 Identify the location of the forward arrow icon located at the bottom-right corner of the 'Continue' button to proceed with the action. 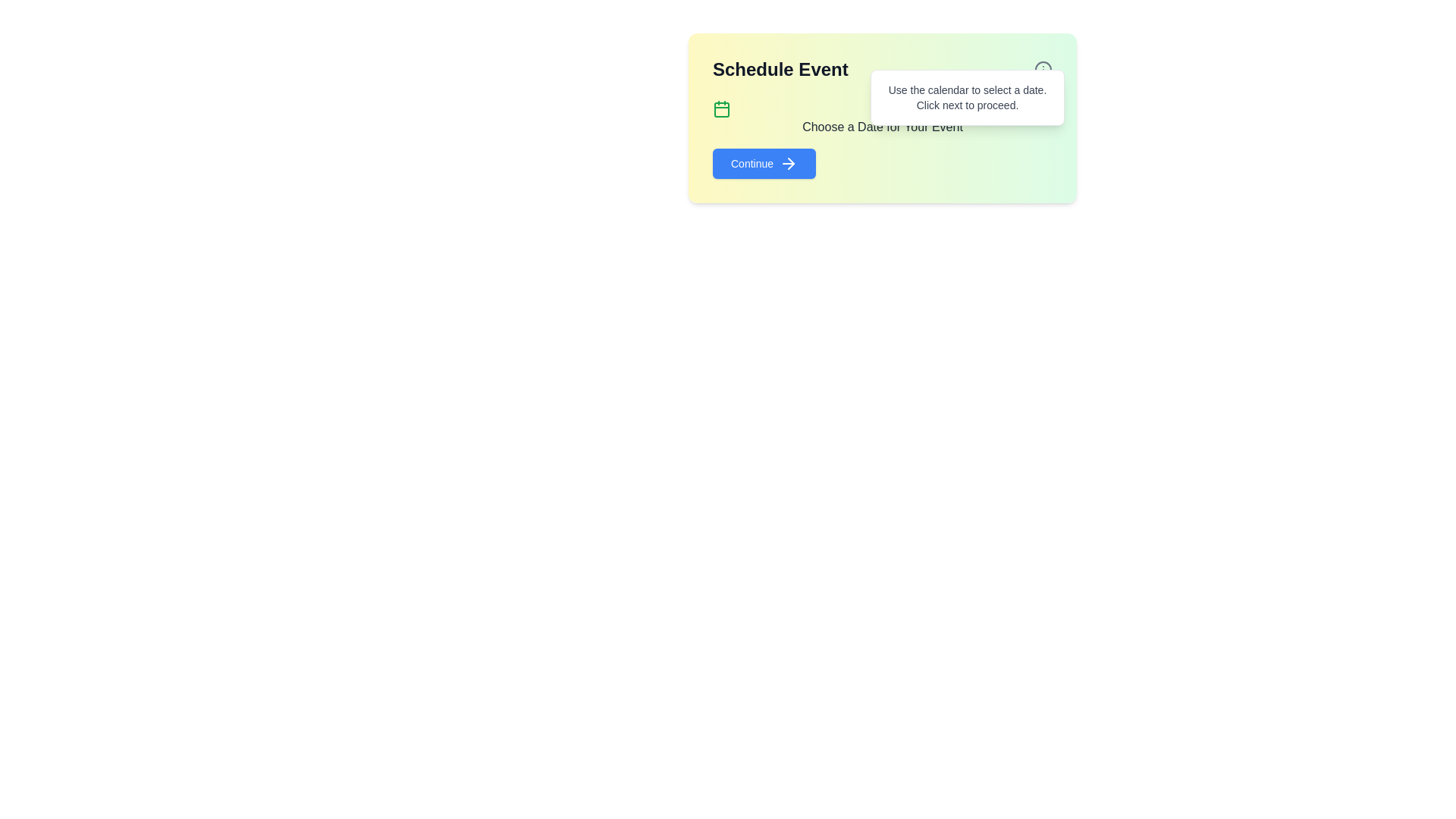
(790, 164).